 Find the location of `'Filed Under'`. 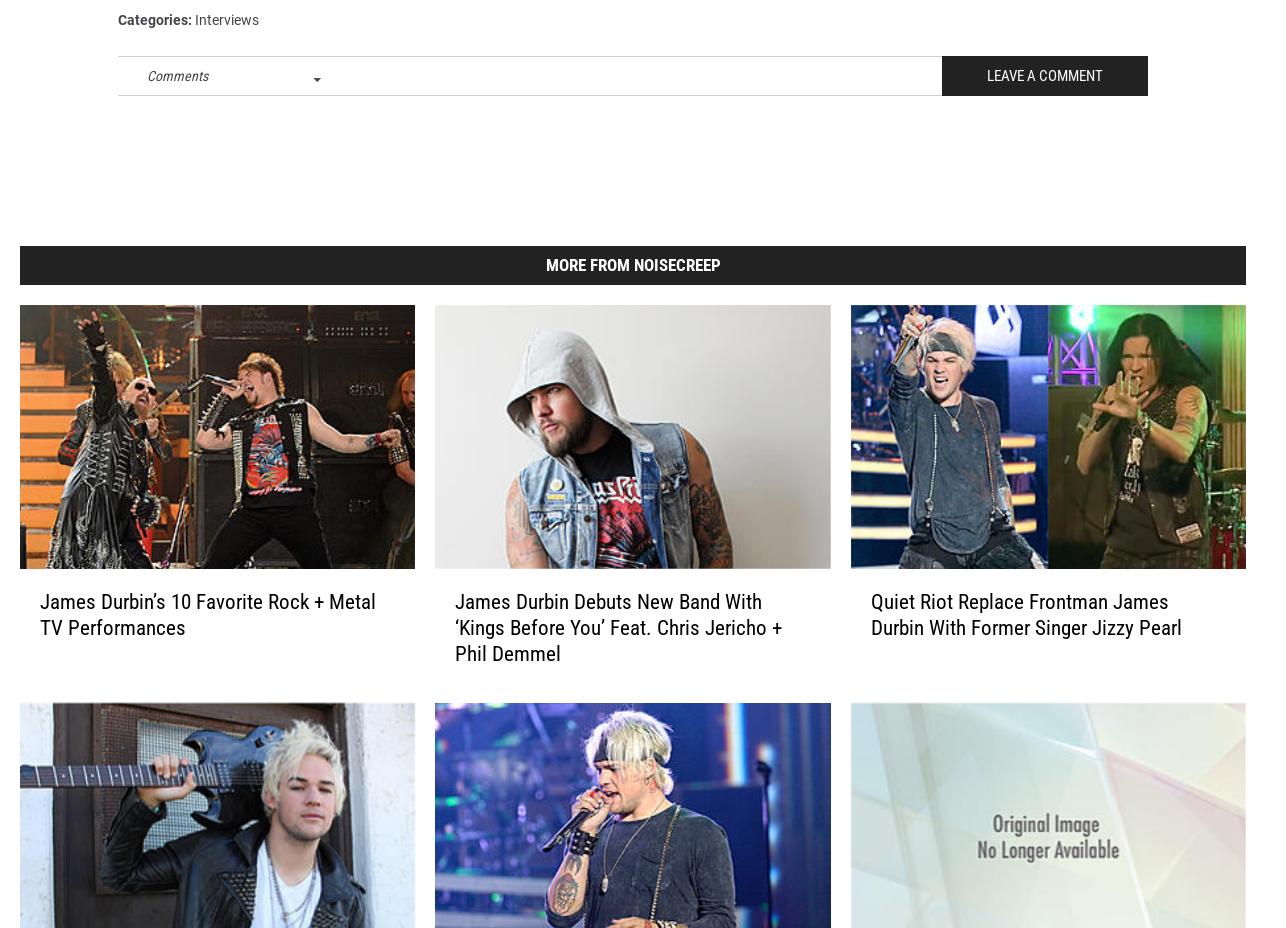

'Filed Under' is located at coordinates (154, 18).